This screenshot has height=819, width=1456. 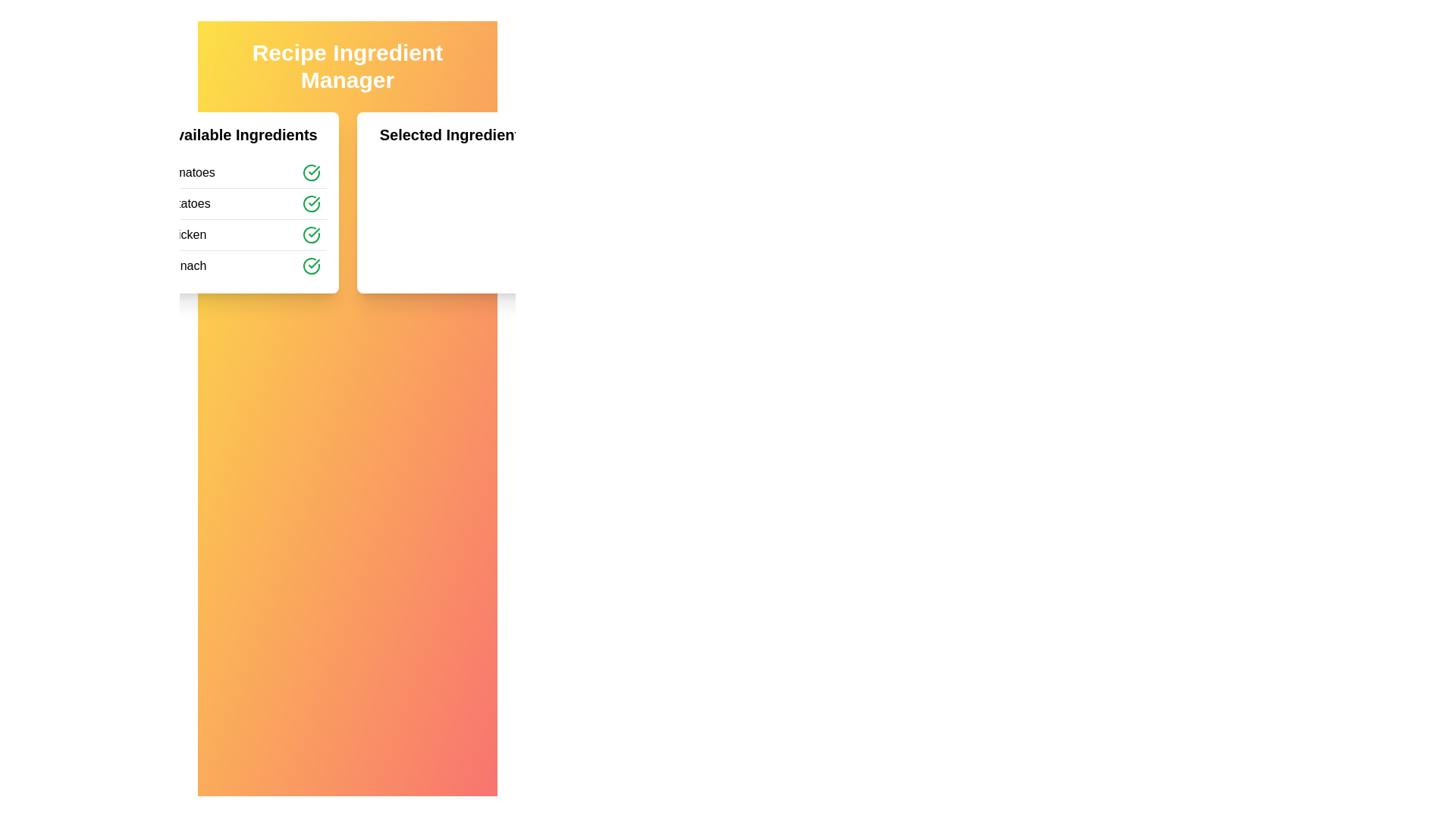 What do you see at coordinates (310, 171) in the screenshot?
I see `green check icon next to Tomatoes to add it to the selected list` at bounding box center [310, 171].